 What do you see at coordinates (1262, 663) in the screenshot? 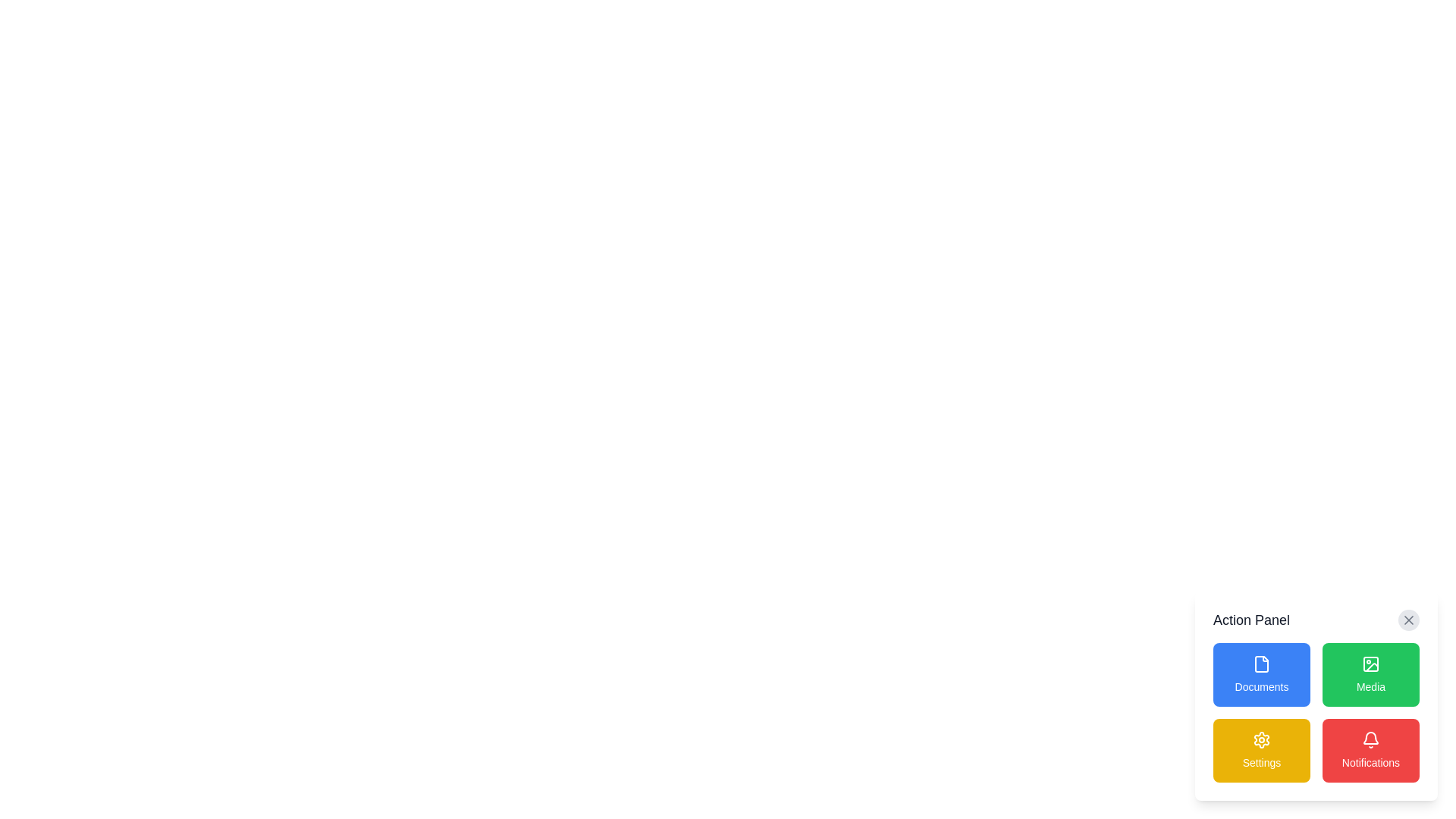
I see `the small file or document icon located within the blue 'Documents' button in the top-left of the action panel` at bounding box center [1262, 663].